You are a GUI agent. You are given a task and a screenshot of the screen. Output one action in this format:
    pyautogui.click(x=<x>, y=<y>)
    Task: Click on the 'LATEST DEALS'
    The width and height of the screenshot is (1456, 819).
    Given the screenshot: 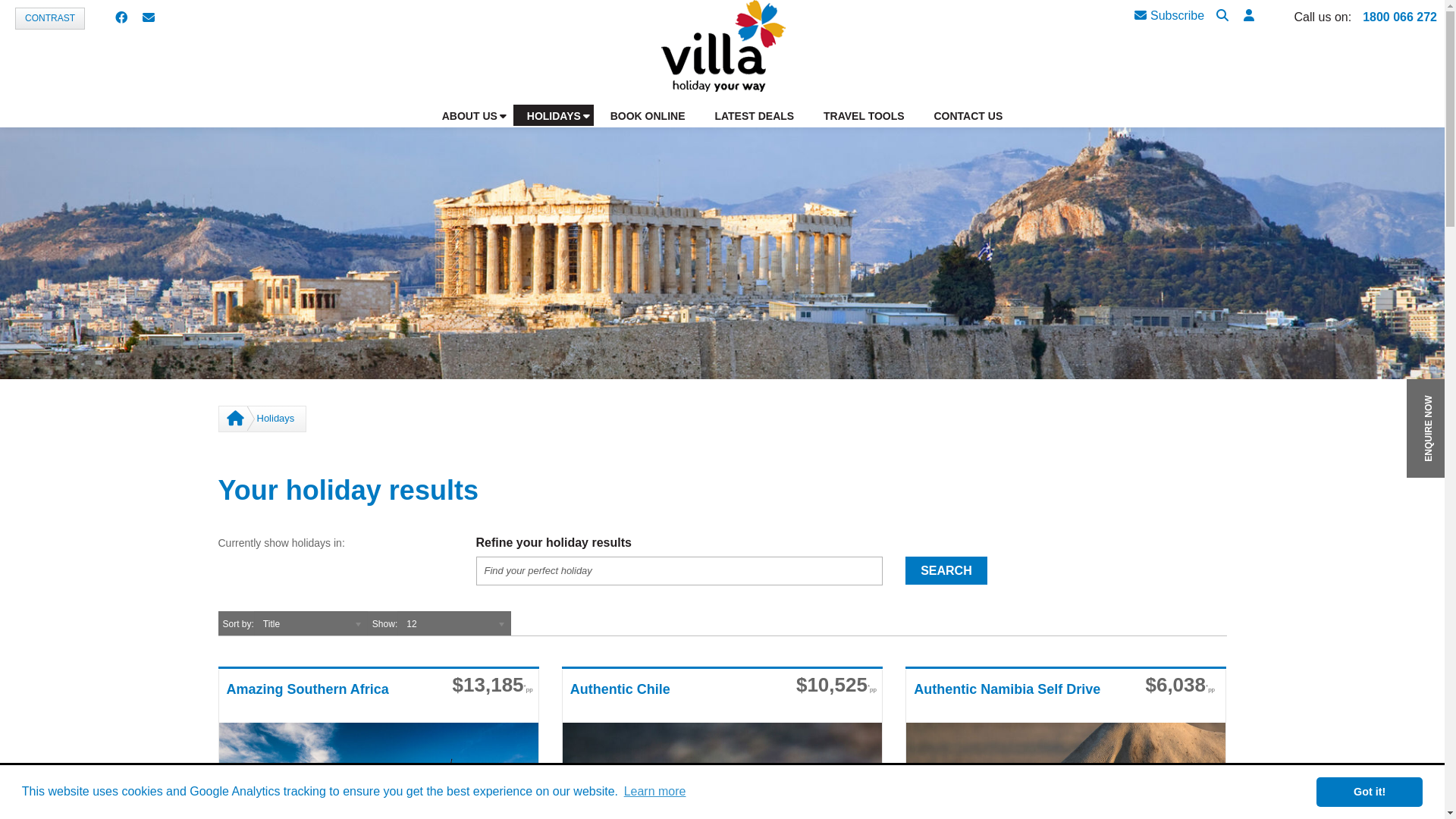 What is the action you would take?
    pyautogui.click(x=701, y=114)
    